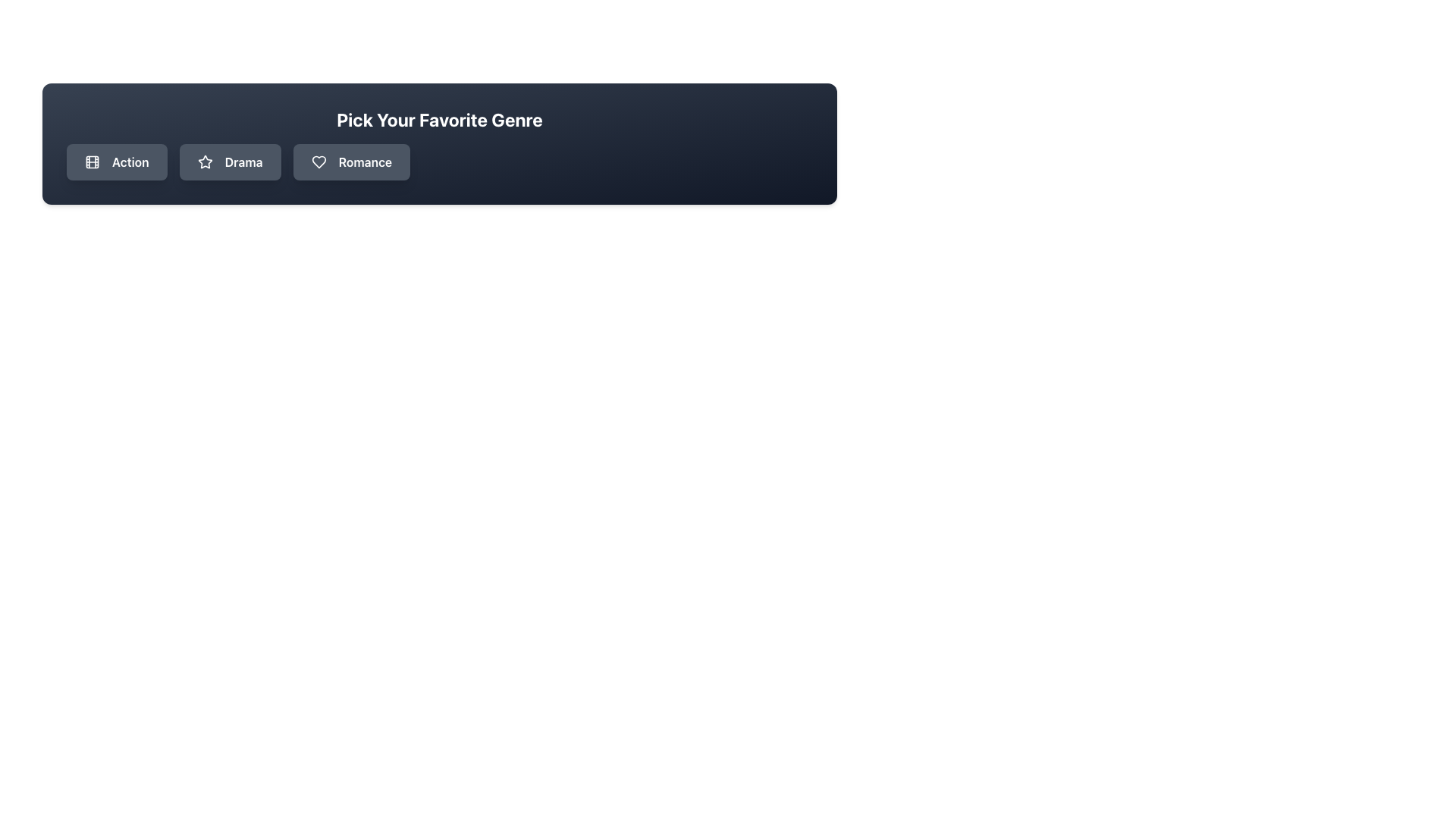 The height and width of the screenshot is (819, 1456). Describe the element at coordinates (229, 162) in the screenshot. I see `the 'Drama' genre selection button` at that location.